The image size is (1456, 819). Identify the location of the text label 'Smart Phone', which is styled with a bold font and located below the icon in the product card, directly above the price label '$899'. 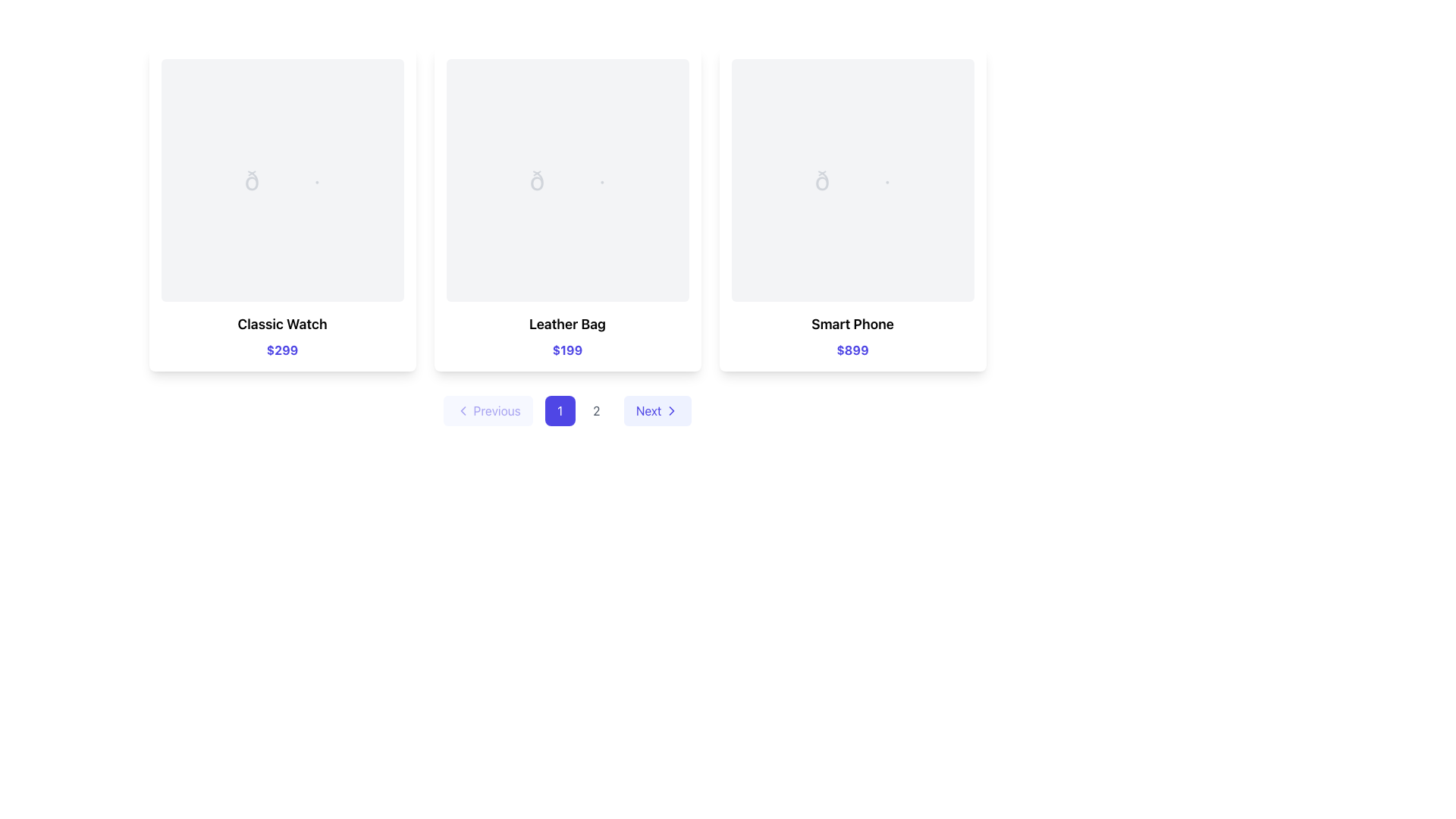
(852, 324).